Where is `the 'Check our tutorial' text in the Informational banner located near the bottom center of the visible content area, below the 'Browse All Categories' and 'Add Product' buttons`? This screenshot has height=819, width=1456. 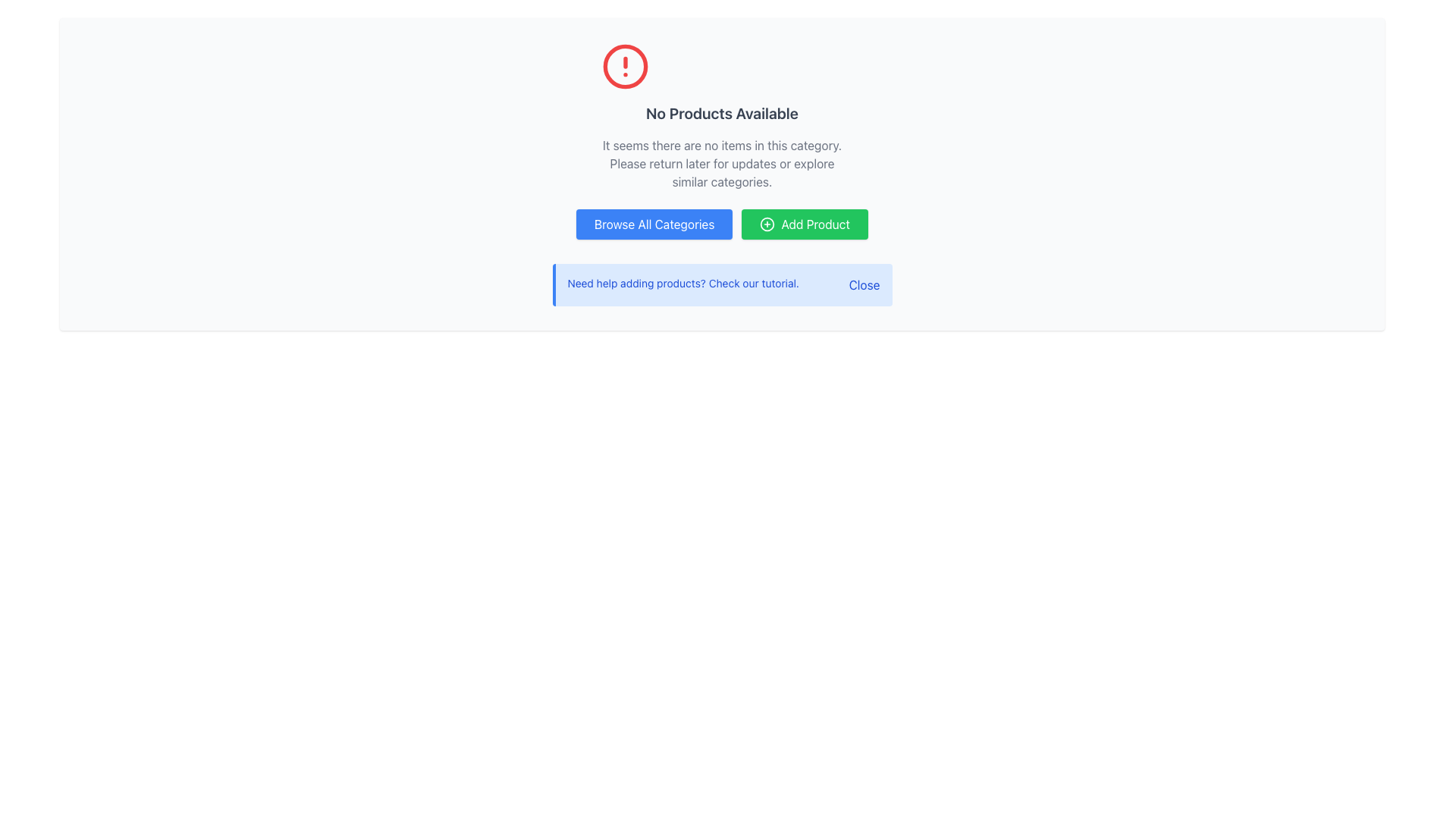 the 'Check our tutorial' text in the Informational banner located near the bottom center of the visible content area, below the 'Browse All Categories' and 'Add Product' buttons is located at coordinates (723, 284).